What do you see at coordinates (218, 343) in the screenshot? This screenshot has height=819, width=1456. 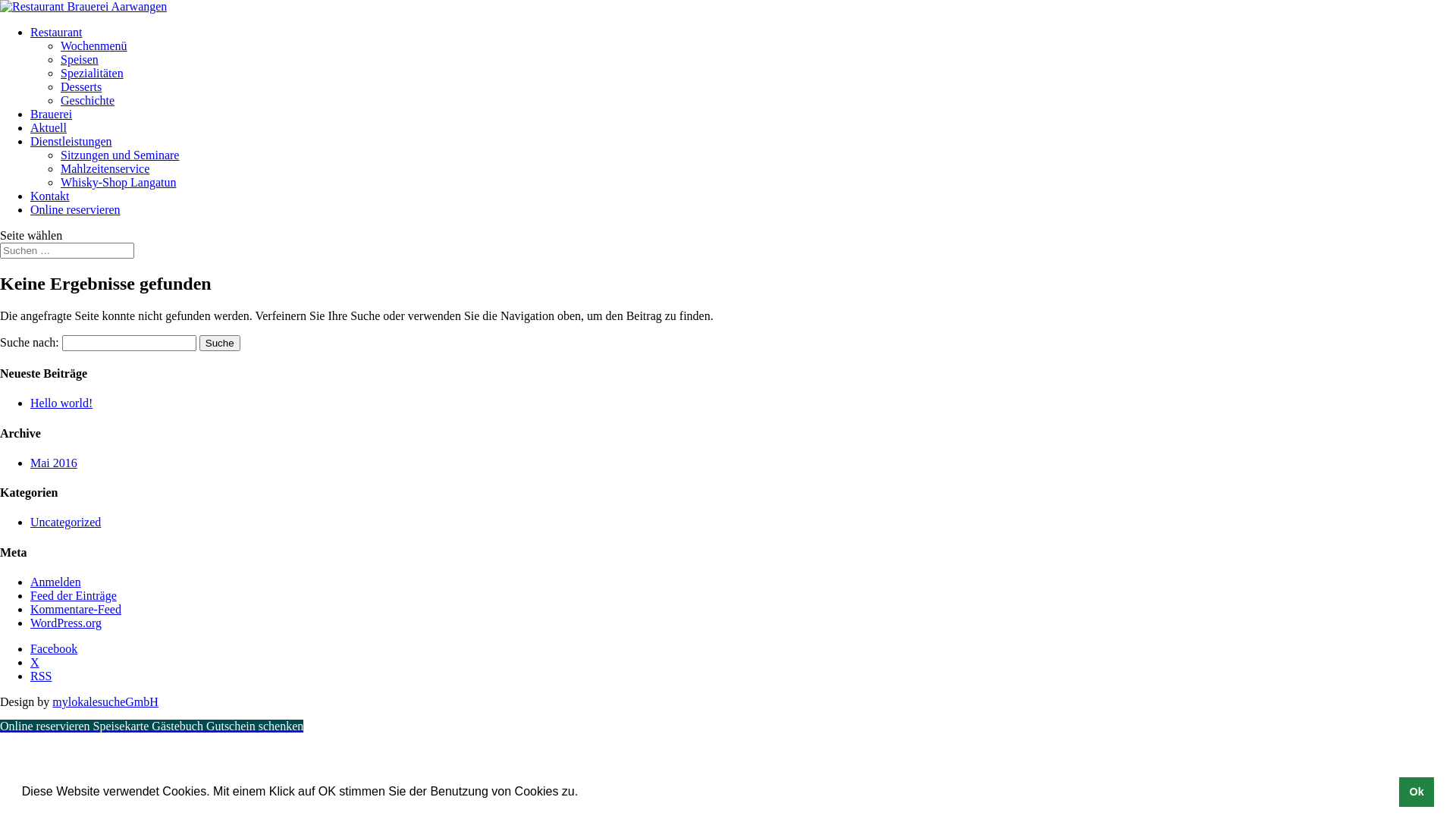 I see `'Suche'` at bounding box center [218, 343].